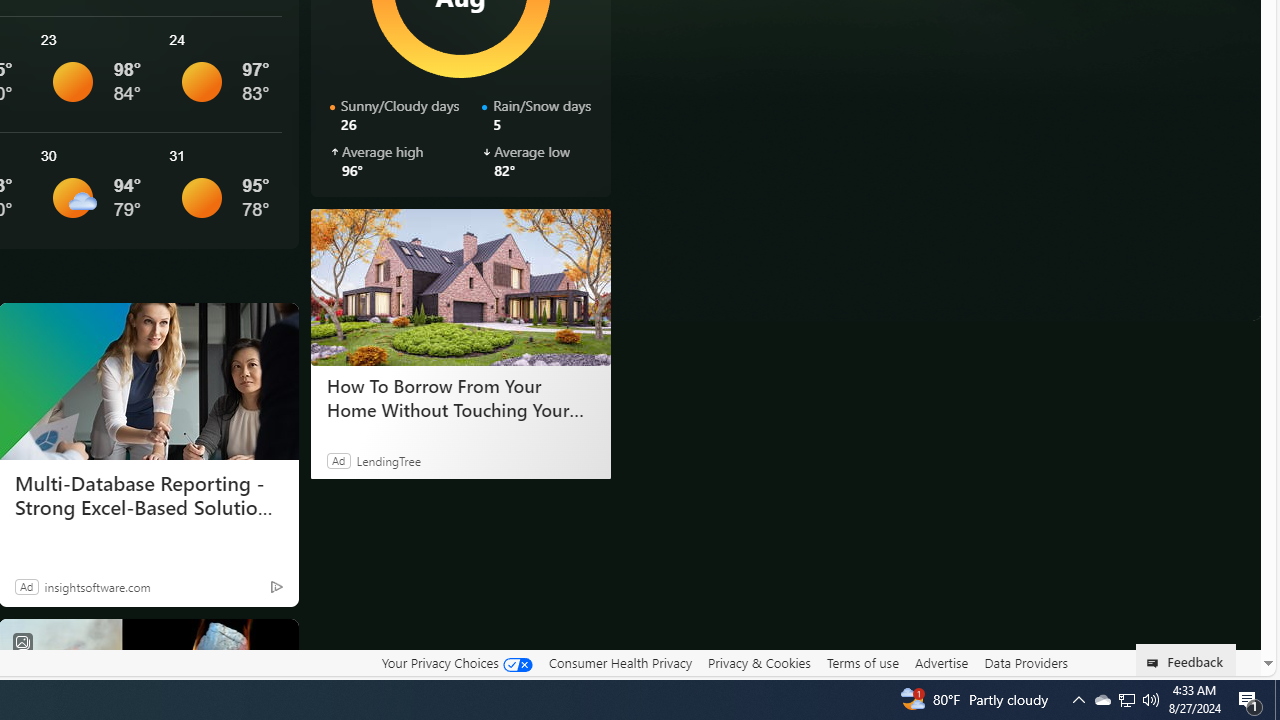 The height and width of the screenshot is (720, 1280). What do you see at coordinates (1156, 663) in the screenshot?
I see `'Class: feedback_link_icon-DS-EntryPoint1-1'` at bounding box center [1156, 663].